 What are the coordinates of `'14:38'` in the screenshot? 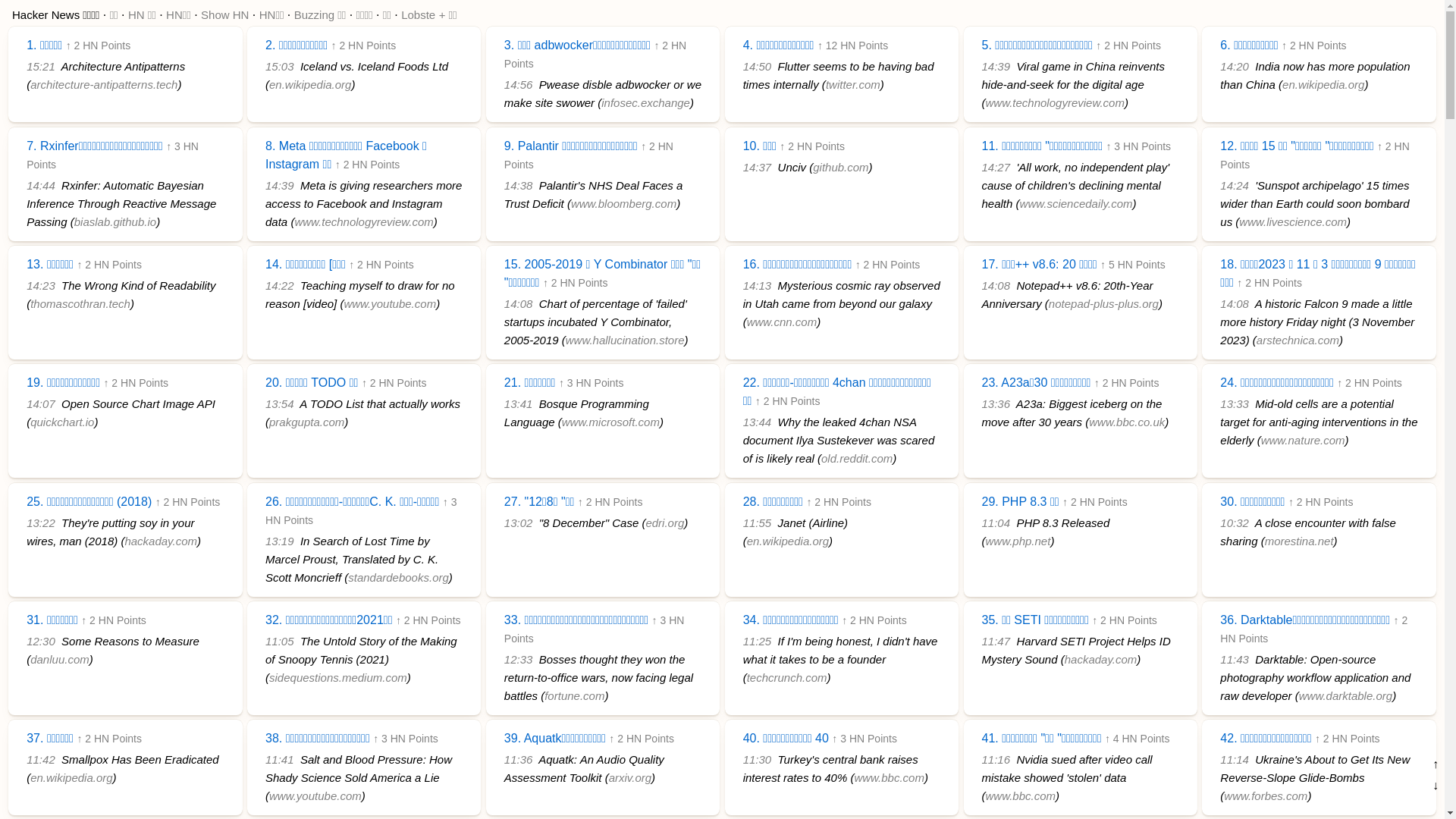 It's located at (519, 184).